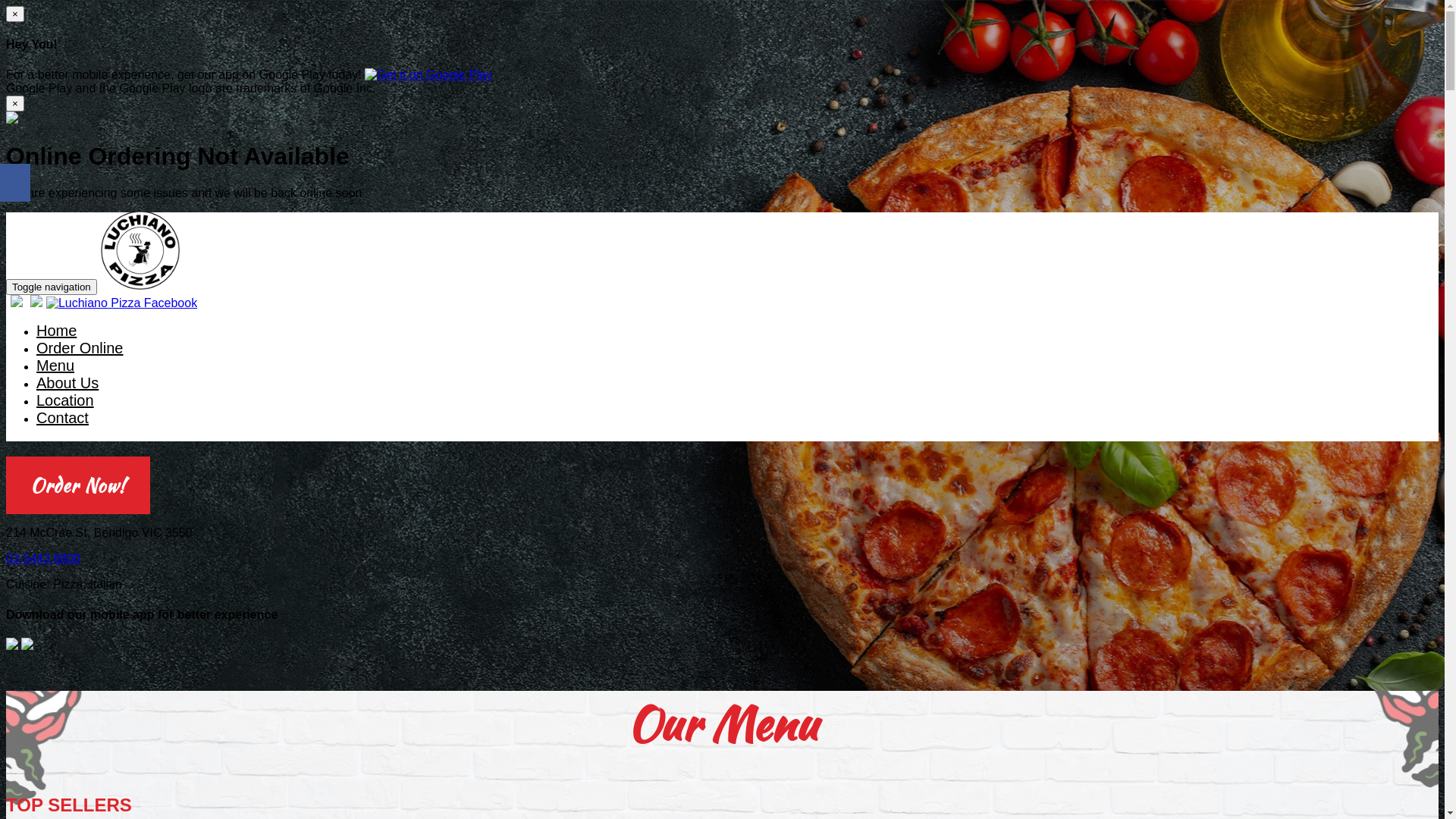 The width and height of the screenshot is (1456, 819). Describe the element at coordinates (55, 366) in the screenshot. I see `'Menu'` at that location.